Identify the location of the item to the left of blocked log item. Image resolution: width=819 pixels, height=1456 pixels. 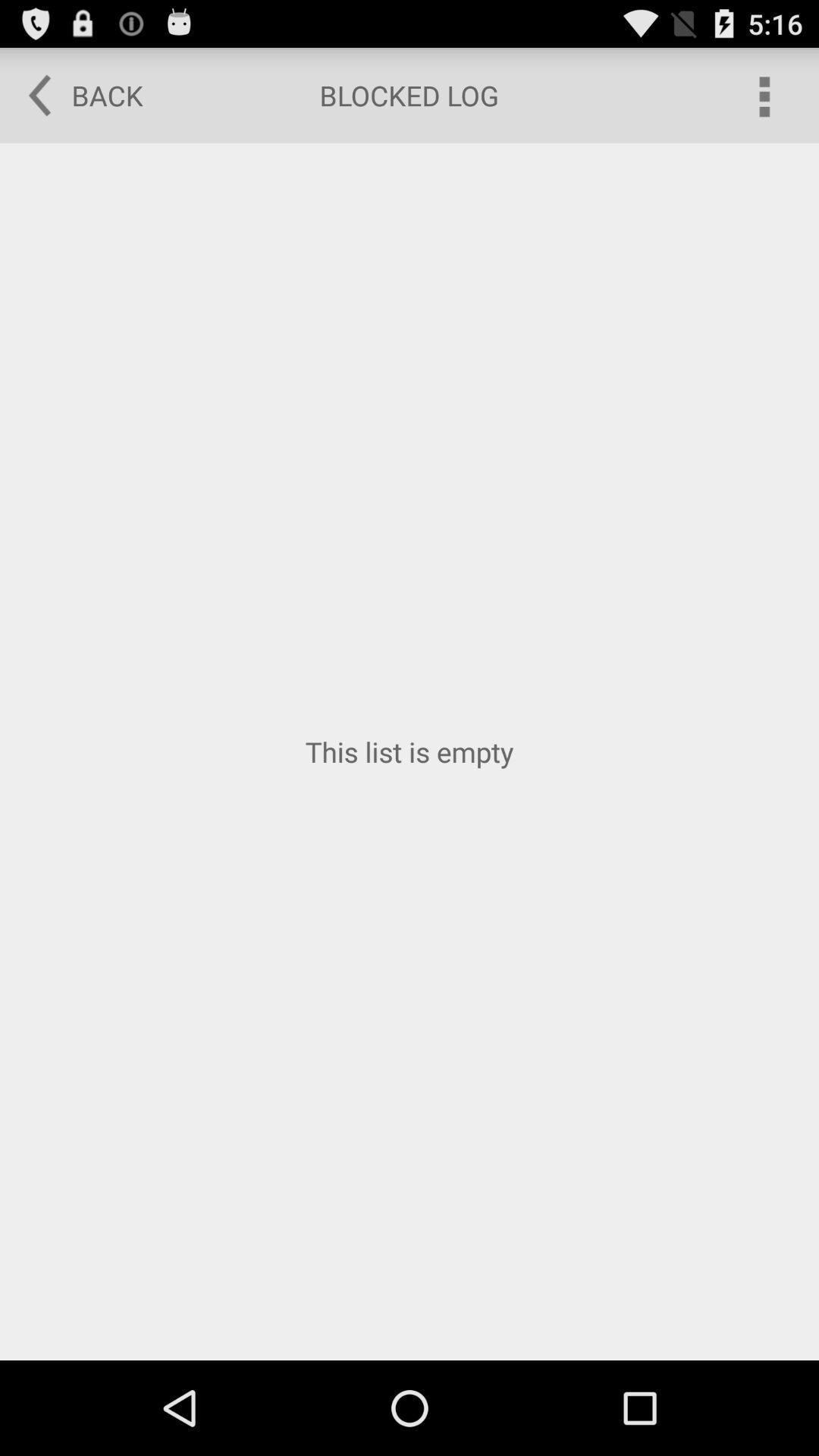
(75, 94).